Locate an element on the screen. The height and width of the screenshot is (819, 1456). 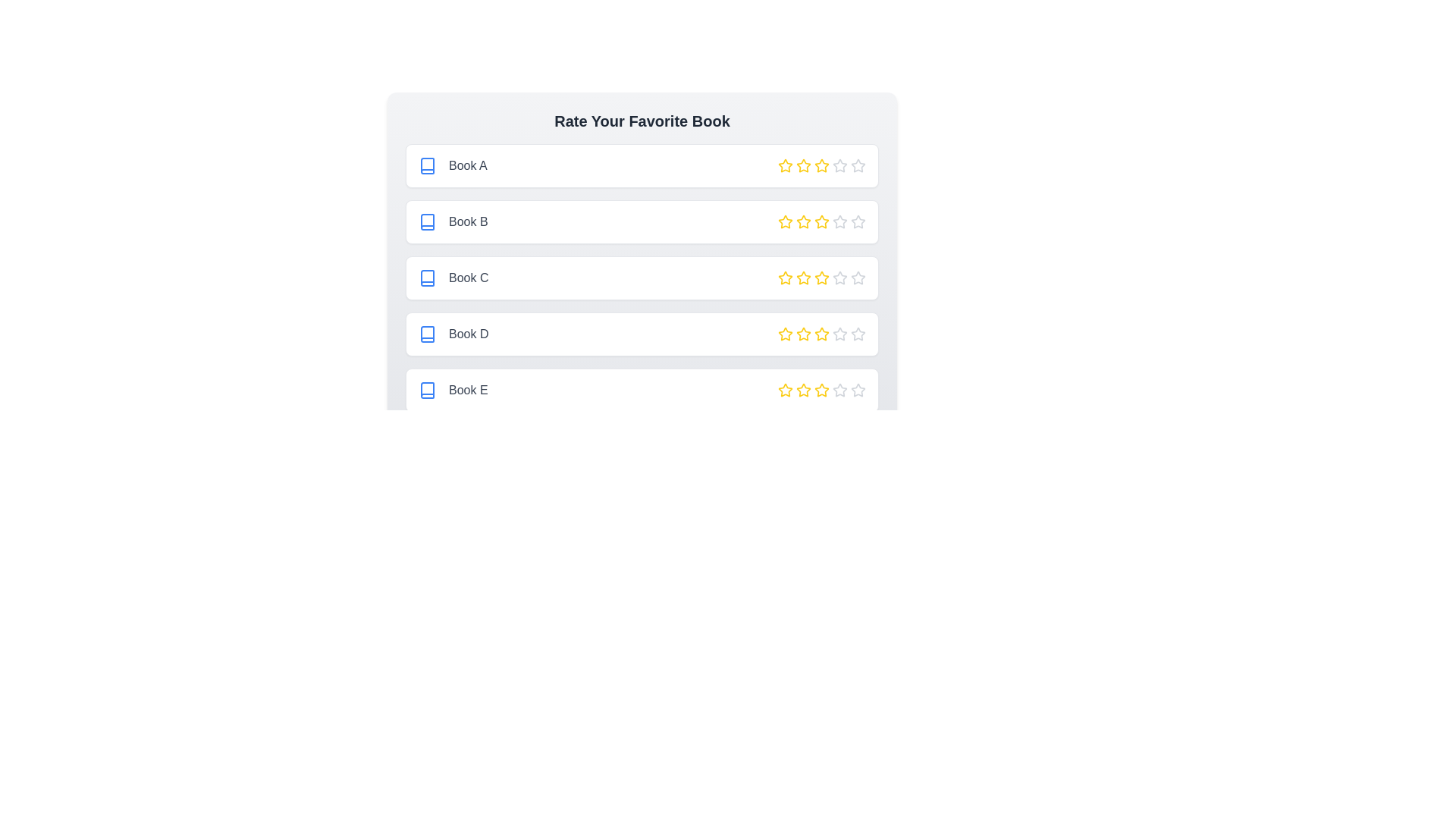
the star corresponding to 4 stars for the book titled Book A is located at coordinates (839, 166).